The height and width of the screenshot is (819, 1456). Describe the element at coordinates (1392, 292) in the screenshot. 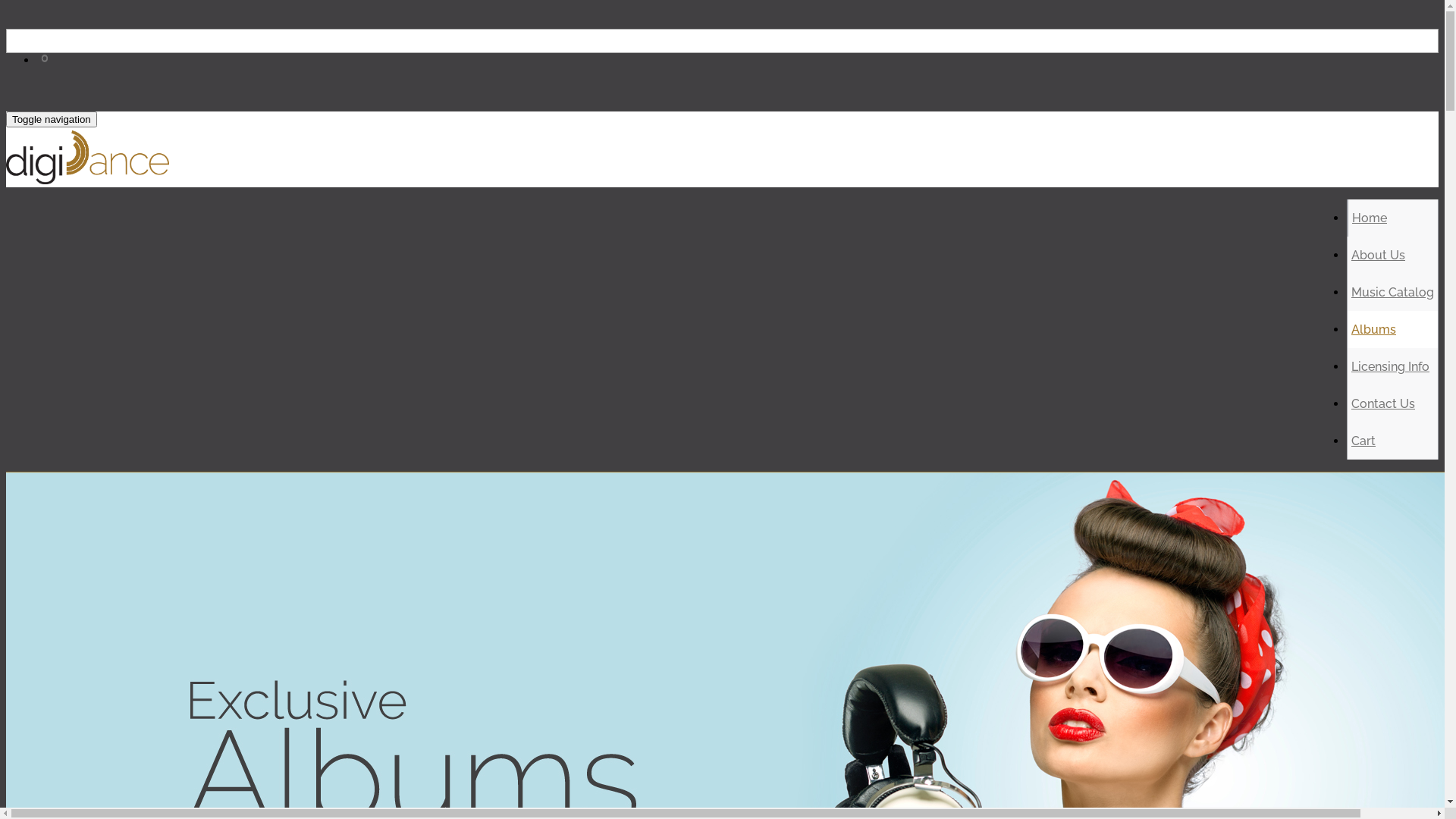

I see `'Music Catalog'` at that location.